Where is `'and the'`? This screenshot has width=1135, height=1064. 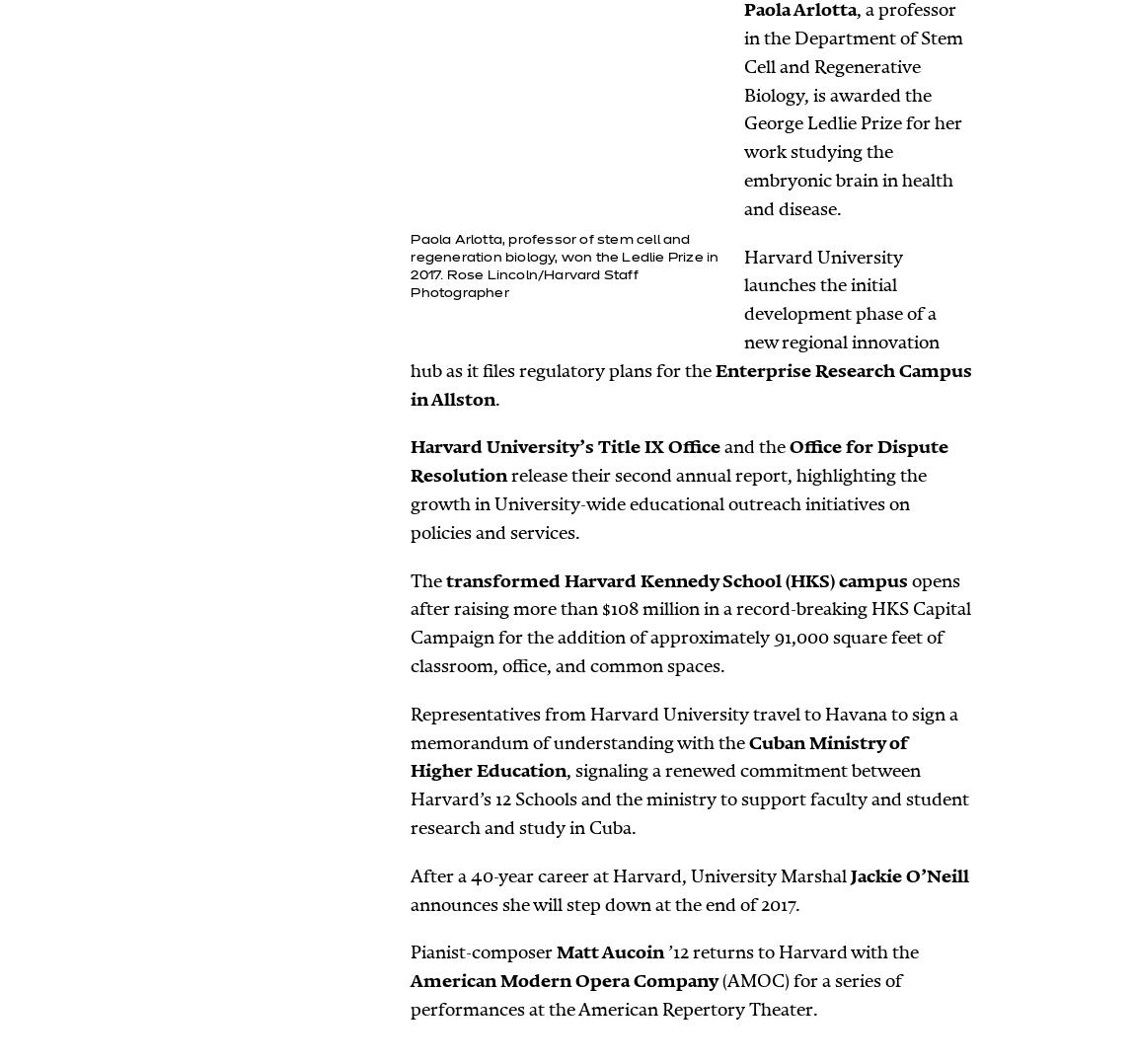
'and the' is located at coordinates (719, 446).